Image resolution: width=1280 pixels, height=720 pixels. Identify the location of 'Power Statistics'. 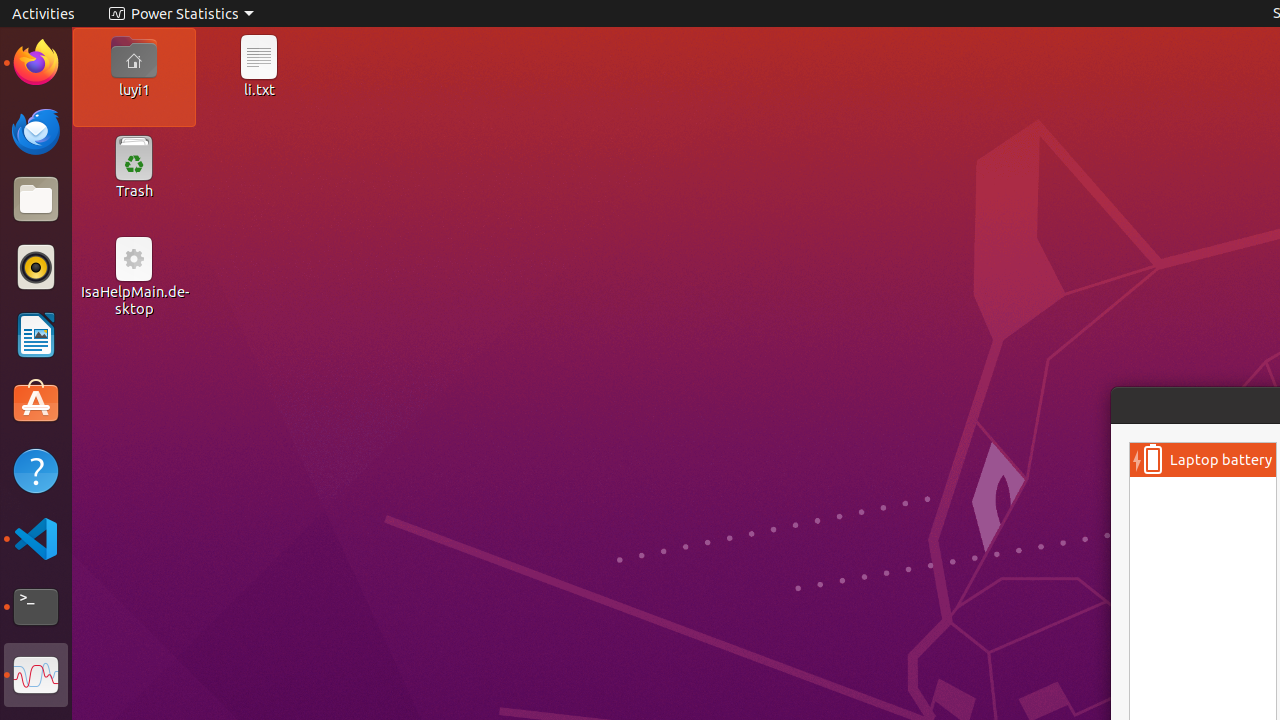
(180, 13).